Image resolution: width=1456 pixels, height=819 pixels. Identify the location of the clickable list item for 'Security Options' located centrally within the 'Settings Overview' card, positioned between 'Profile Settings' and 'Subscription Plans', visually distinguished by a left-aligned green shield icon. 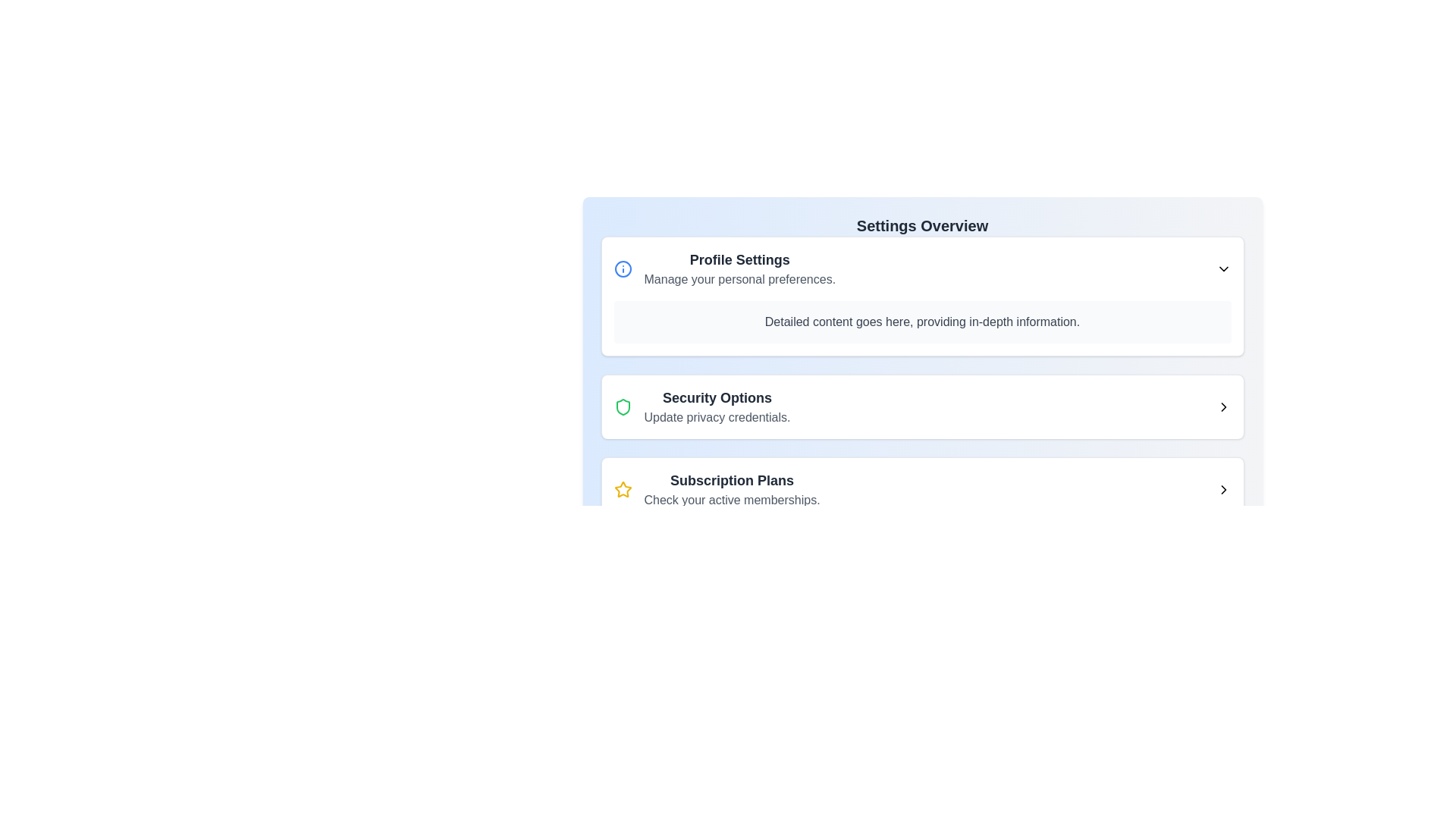
(701, 406).